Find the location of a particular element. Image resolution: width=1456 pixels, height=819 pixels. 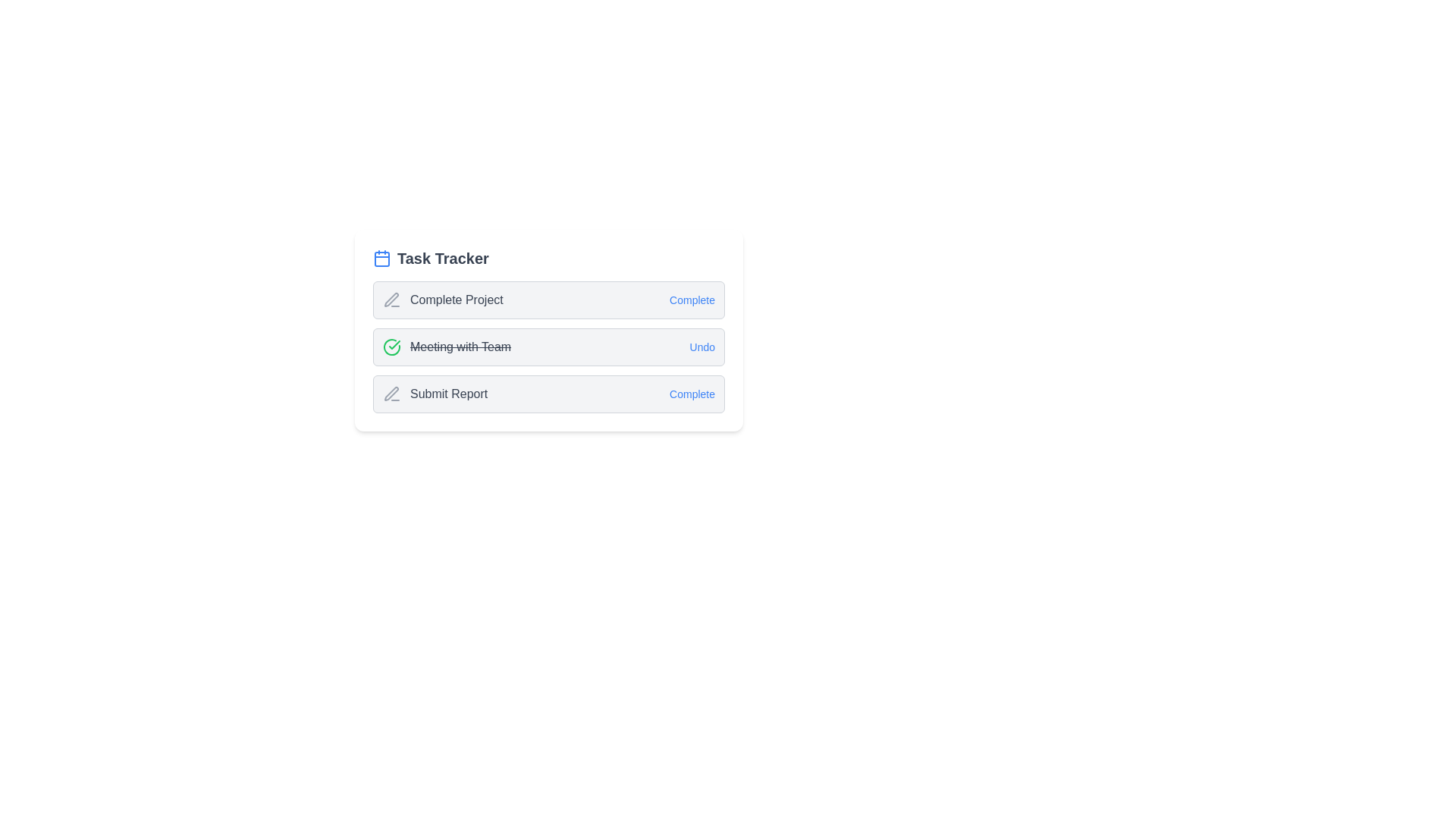

the icon representing the 'Submit Report' action, located to the left of the label text is located at coordinates (392, 394).